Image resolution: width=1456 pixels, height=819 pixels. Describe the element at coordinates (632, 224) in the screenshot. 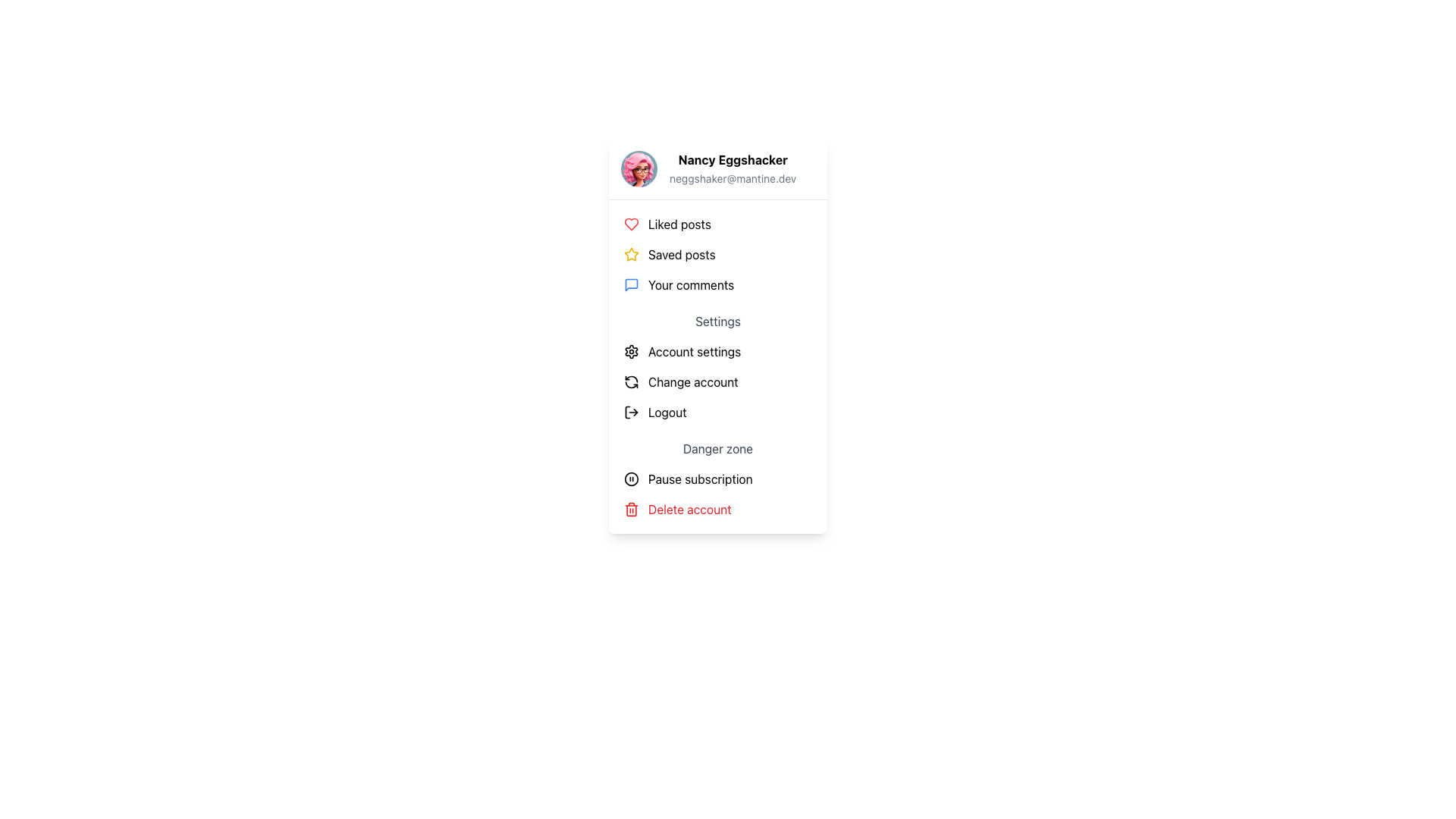

I see `the red heart icon representing likes, located to the left of the 'Liked posts' text in the dropdown menu` at that location.